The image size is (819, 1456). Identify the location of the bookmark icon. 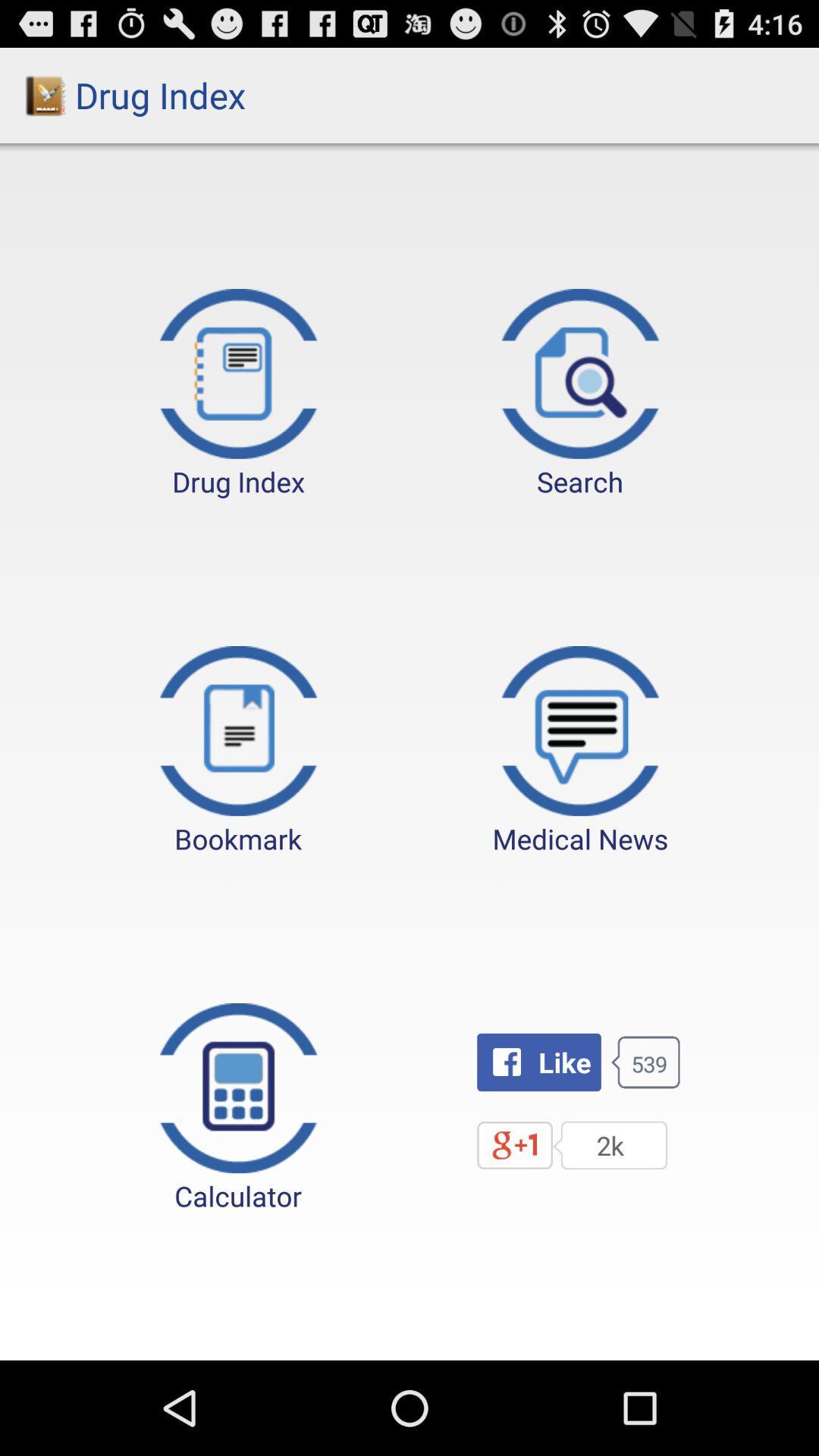
(238, 752).